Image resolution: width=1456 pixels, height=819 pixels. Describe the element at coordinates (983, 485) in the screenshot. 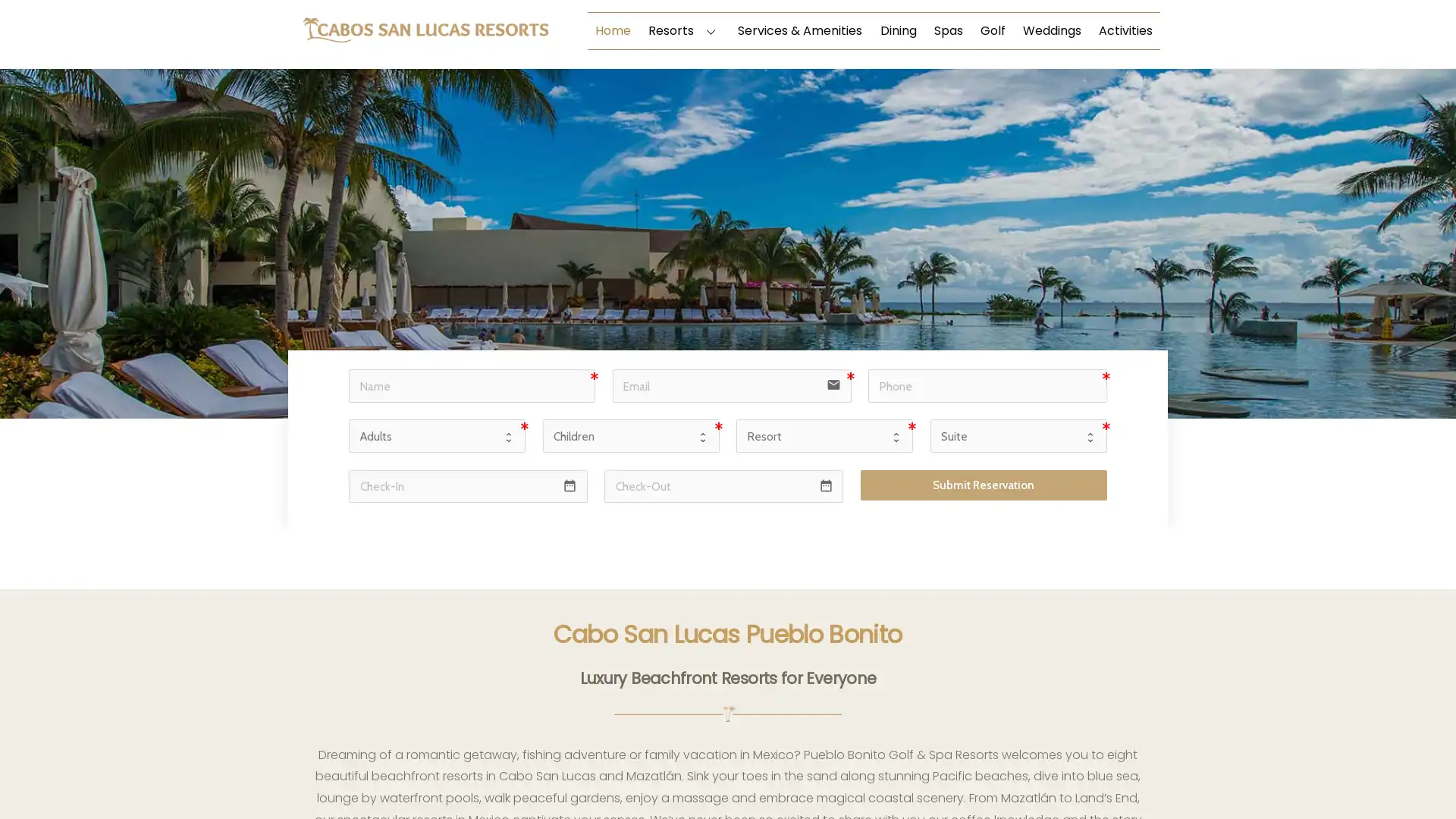

I see `Submit Reservation` at that location.